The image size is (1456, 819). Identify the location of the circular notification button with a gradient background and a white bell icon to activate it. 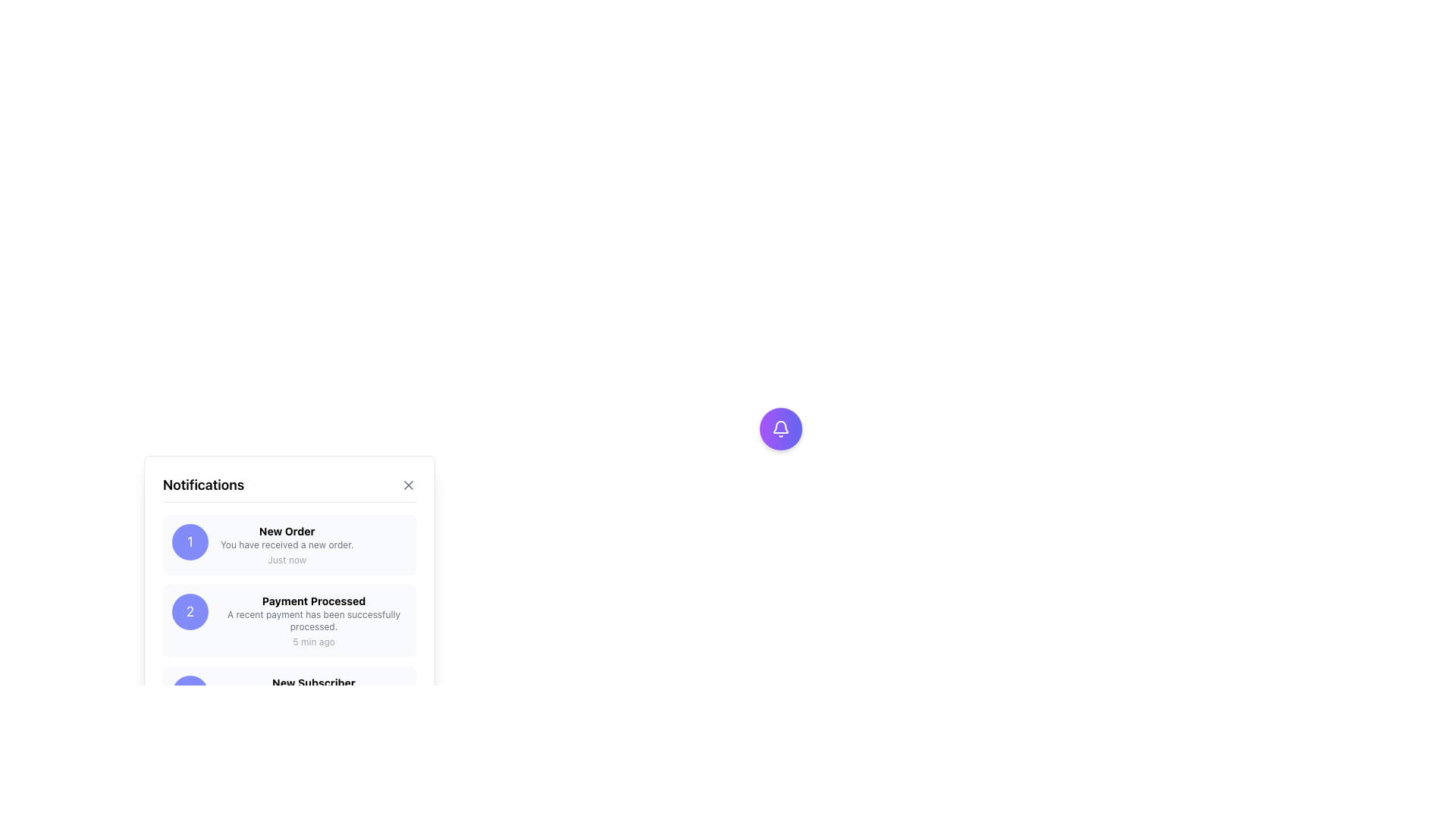
(781, 429).